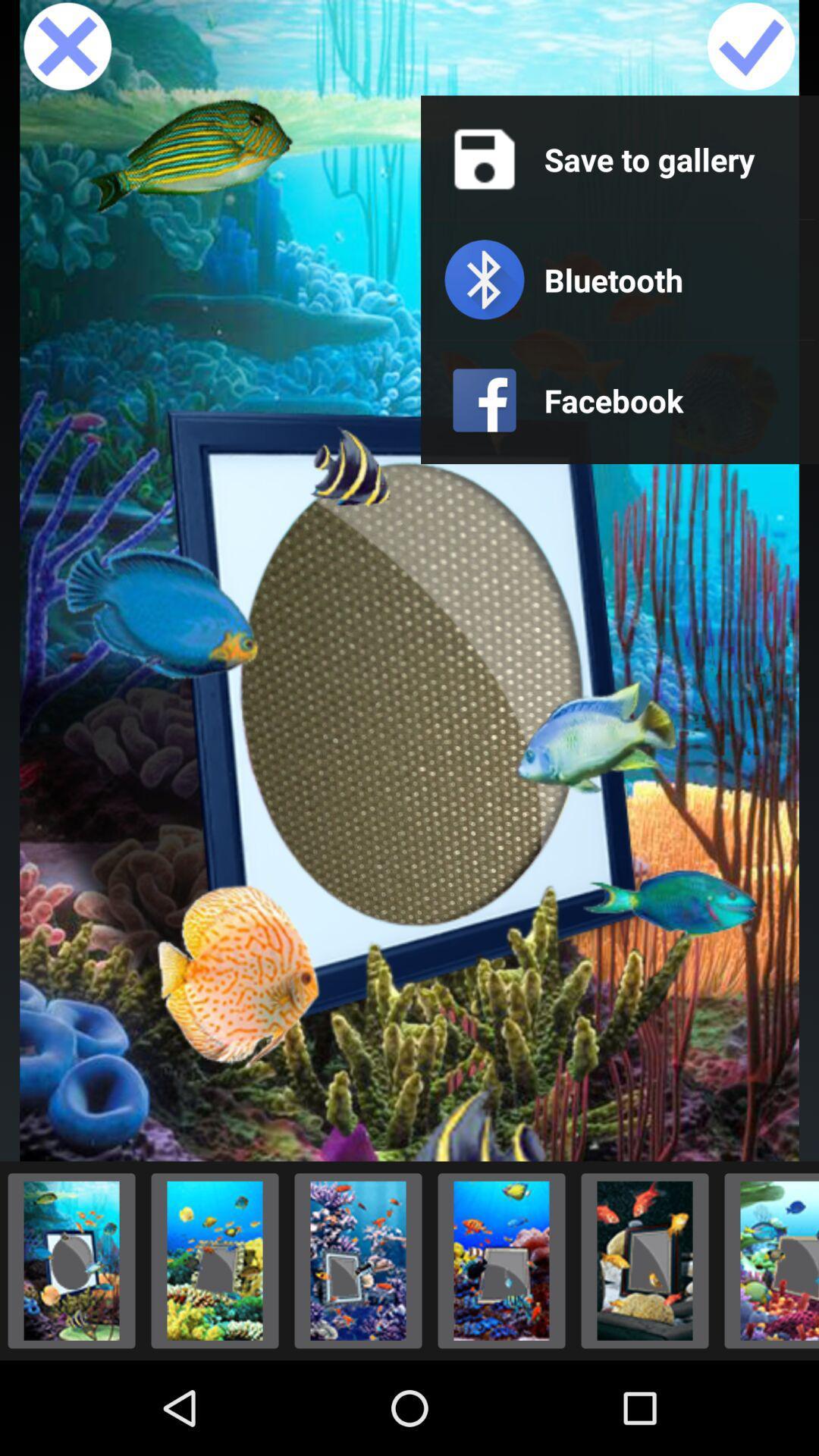 The height and width of the screenshot is (1456, 819). What do you see at coordinates (215, 1260) in the screenshot?
I see `image` at bounding box center [215, 1260].